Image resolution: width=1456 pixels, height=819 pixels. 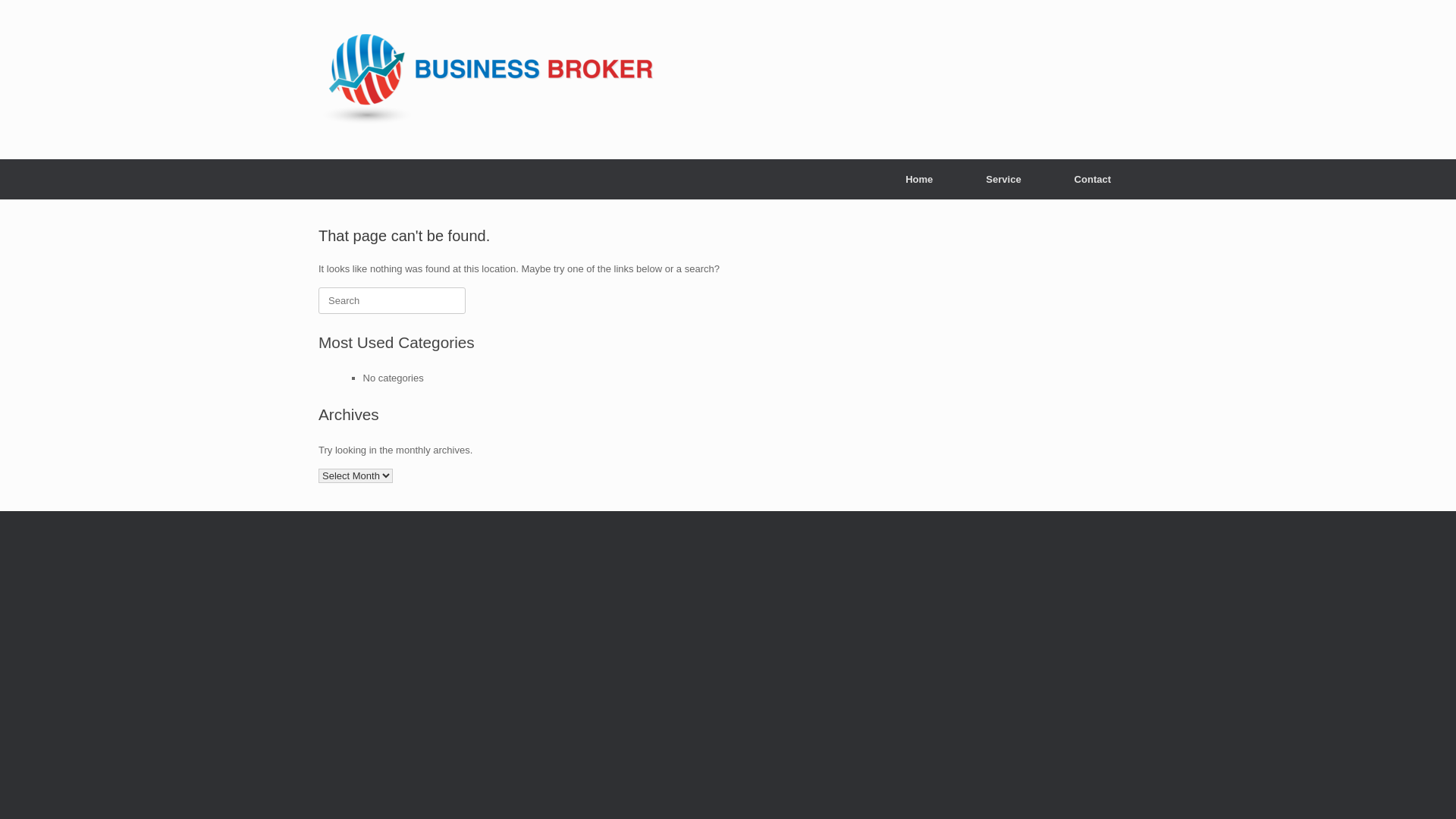 What do you see at coordinates (1092, 178) in the screenshot?
I see `'Contact'` at bounding box center [1092, 178].